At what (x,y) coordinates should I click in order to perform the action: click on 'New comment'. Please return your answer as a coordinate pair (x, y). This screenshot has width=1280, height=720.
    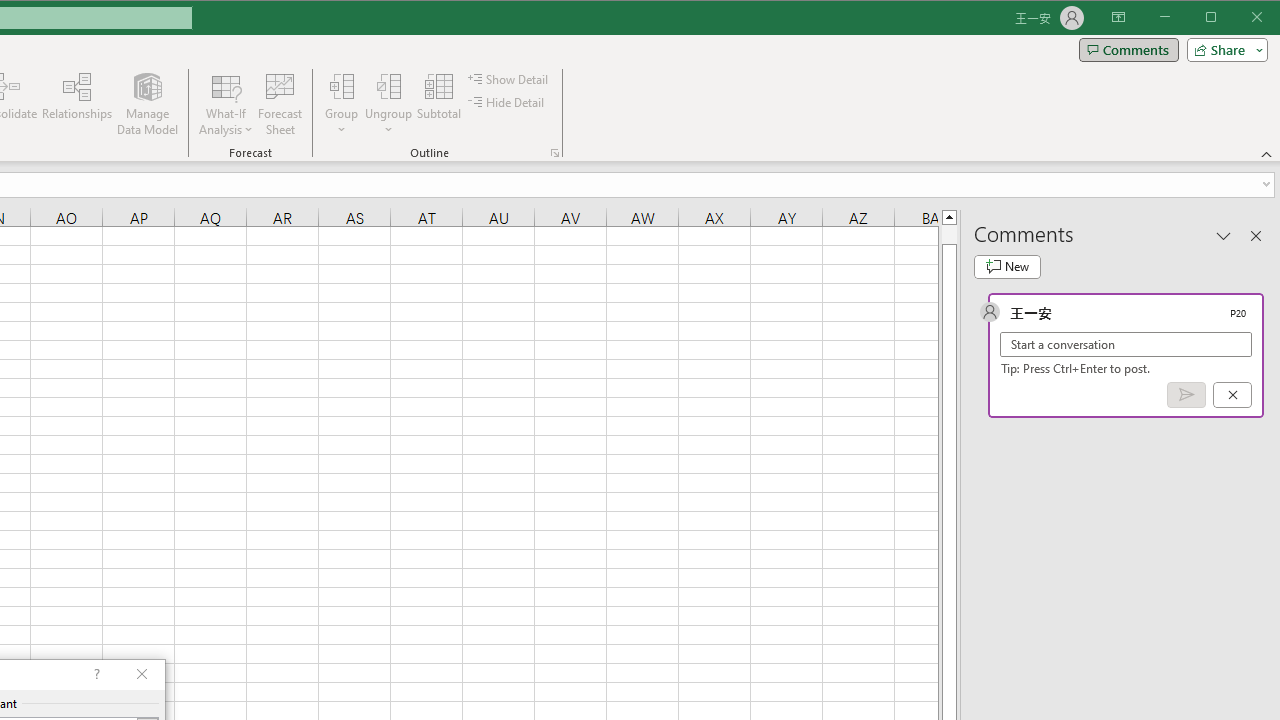
    Looking at the image, I should click on (1007, 266).